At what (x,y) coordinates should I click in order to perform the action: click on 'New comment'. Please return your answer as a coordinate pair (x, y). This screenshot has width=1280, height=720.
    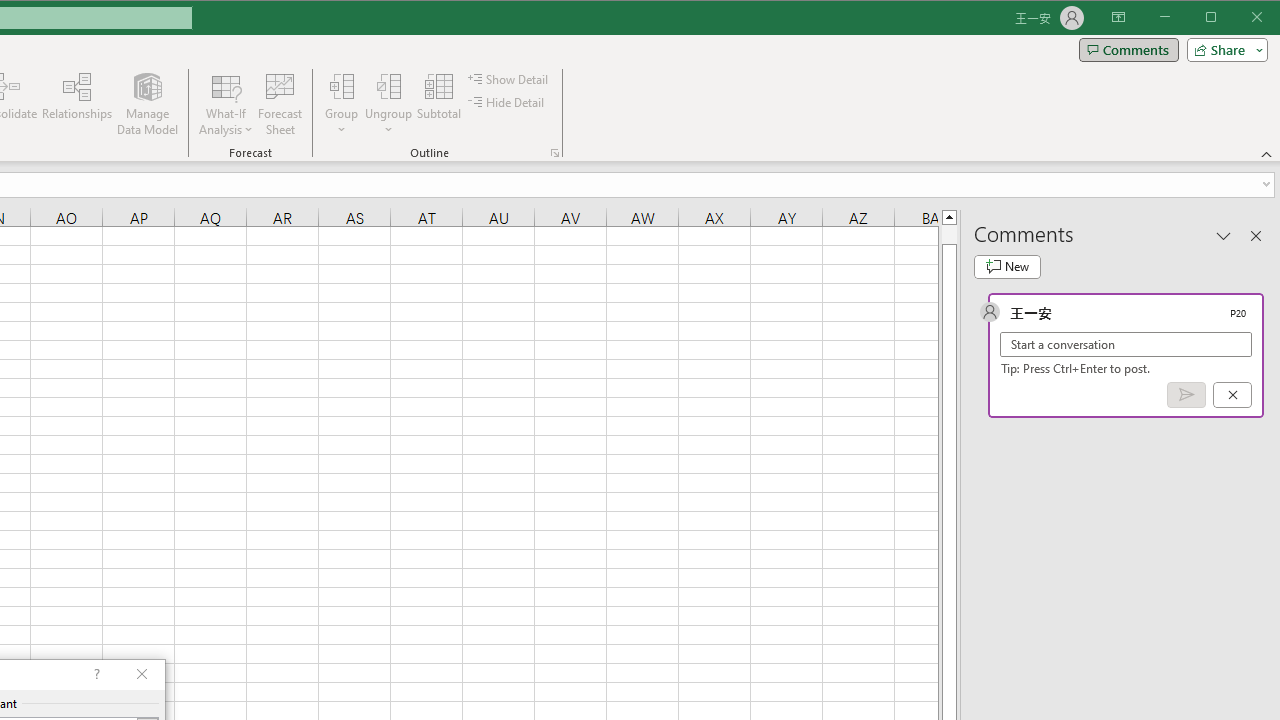
    Looking at the image, I should click on (1007, 266).